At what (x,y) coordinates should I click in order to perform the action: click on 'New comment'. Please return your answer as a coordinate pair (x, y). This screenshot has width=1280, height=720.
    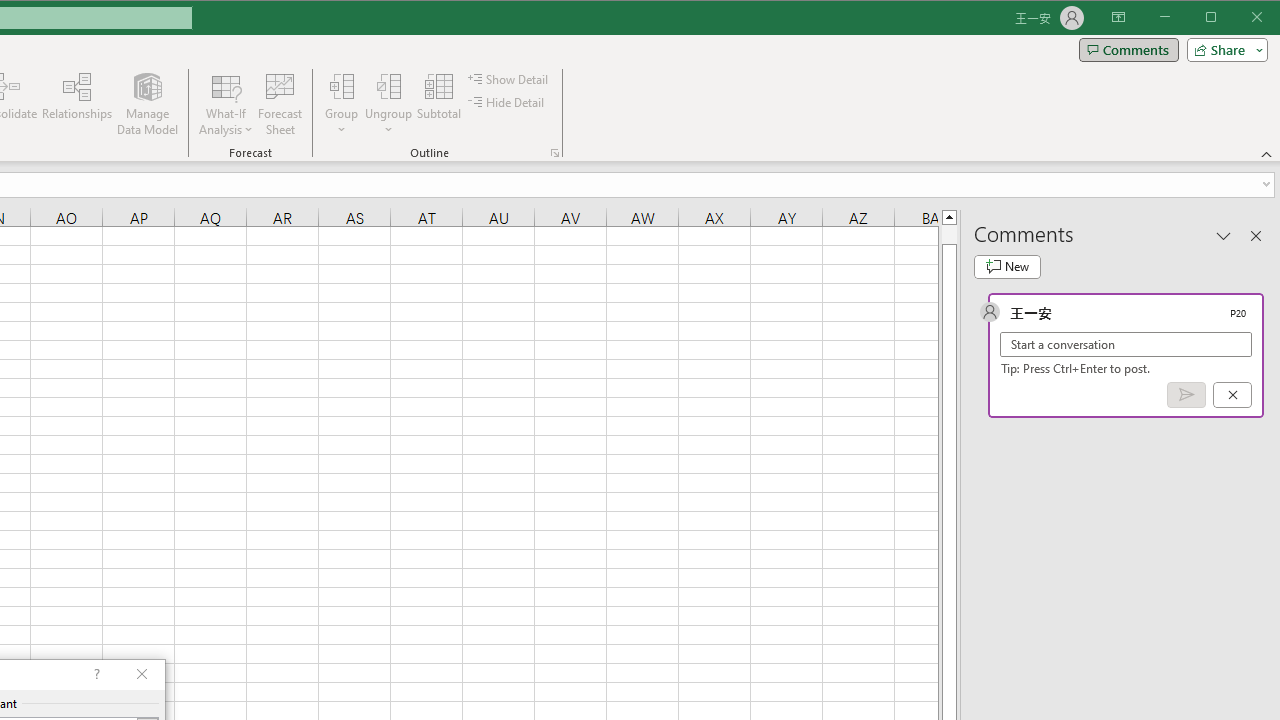
    Looking at the image, I should click on (1007, 266).